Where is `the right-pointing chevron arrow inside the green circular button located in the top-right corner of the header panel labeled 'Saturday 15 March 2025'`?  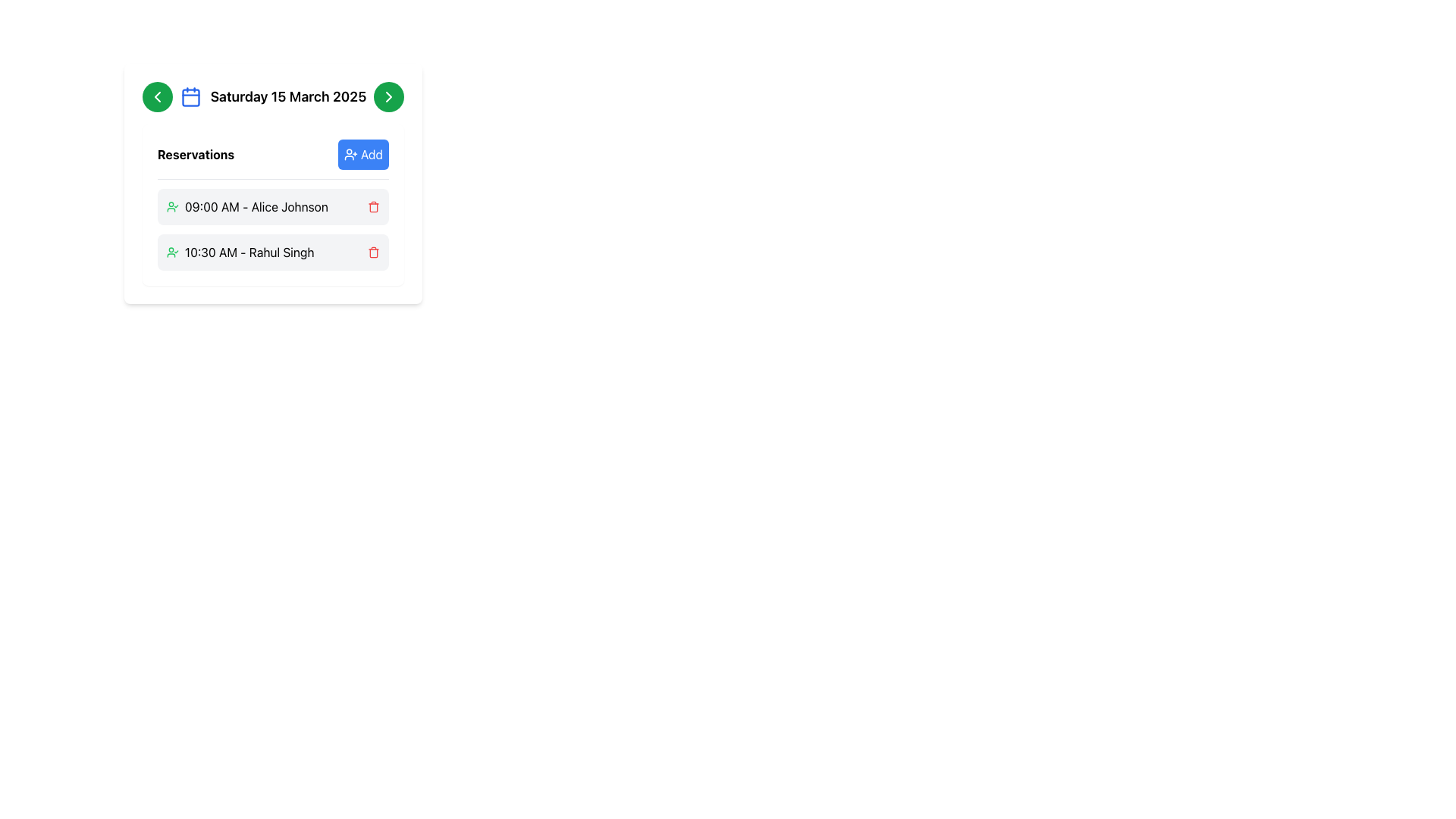 the right-pointing chevron arrow inside the green circular button located in the top-right corner of the header panel labeled 'Saturday 15 March 2025' is located at coordinates (389, 96).